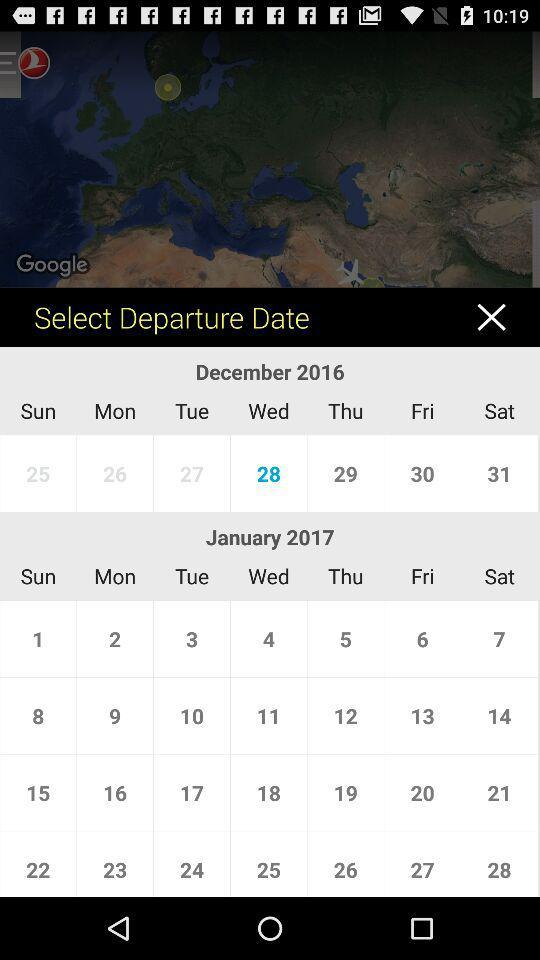 Image resolution: width=540 pixels, height=960 pixels. What do you see at coordinates (500, 317) in the screenshot?
I see `cancel button` at bounding box center [500, 317].